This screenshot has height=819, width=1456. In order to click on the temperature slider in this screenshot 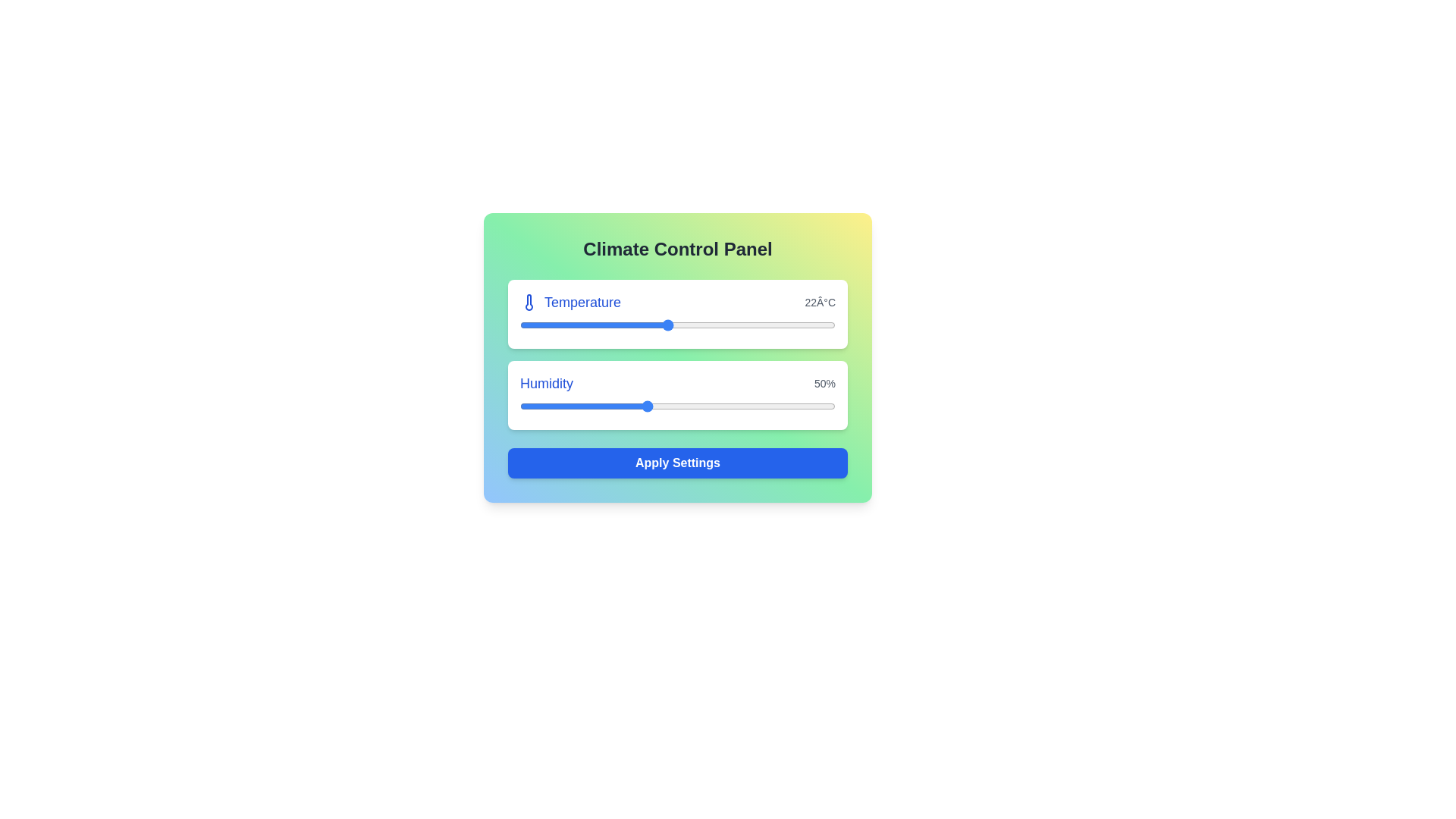, I will do `click(625, 324)`.